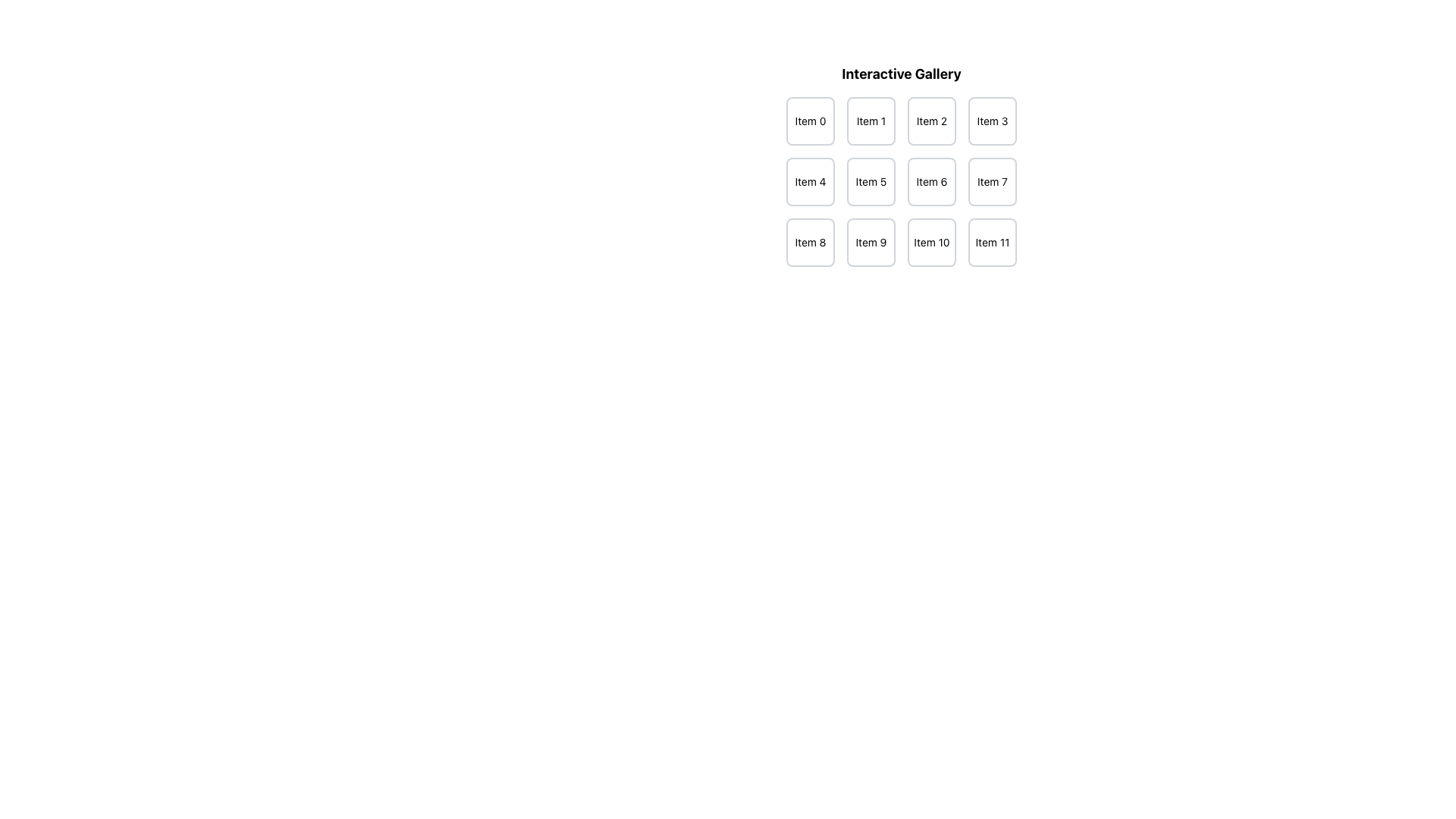 This screenshot has width=1456, height=819. Describe the element at coordinates (930, 120) in the screenshot. I see `the non-interactive text label that displays 'Item 2', located in the second cell of the top row in a 4x3 grid layout` at that location.